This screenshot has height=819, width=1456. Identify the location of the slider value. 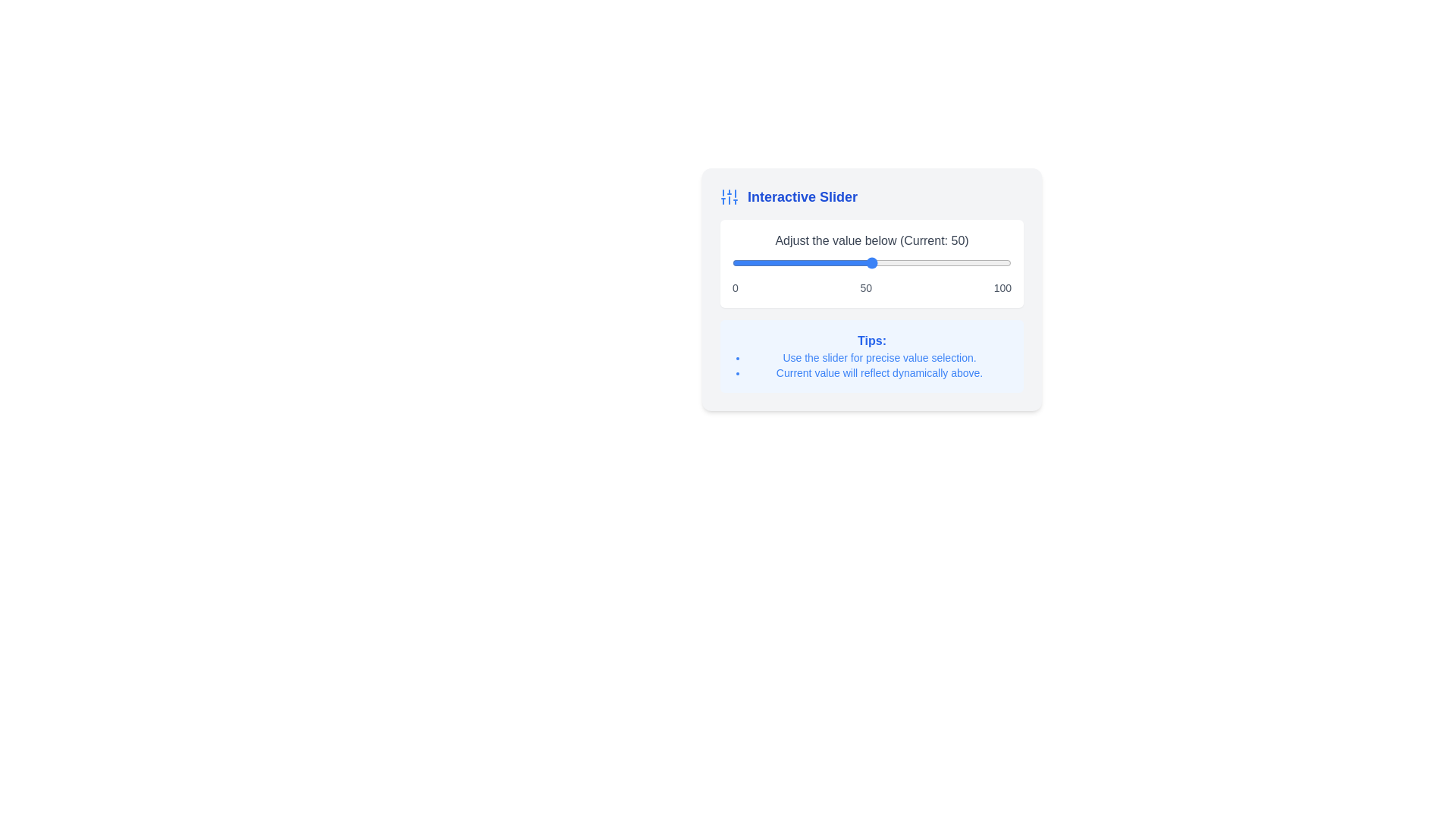
(997, 262).